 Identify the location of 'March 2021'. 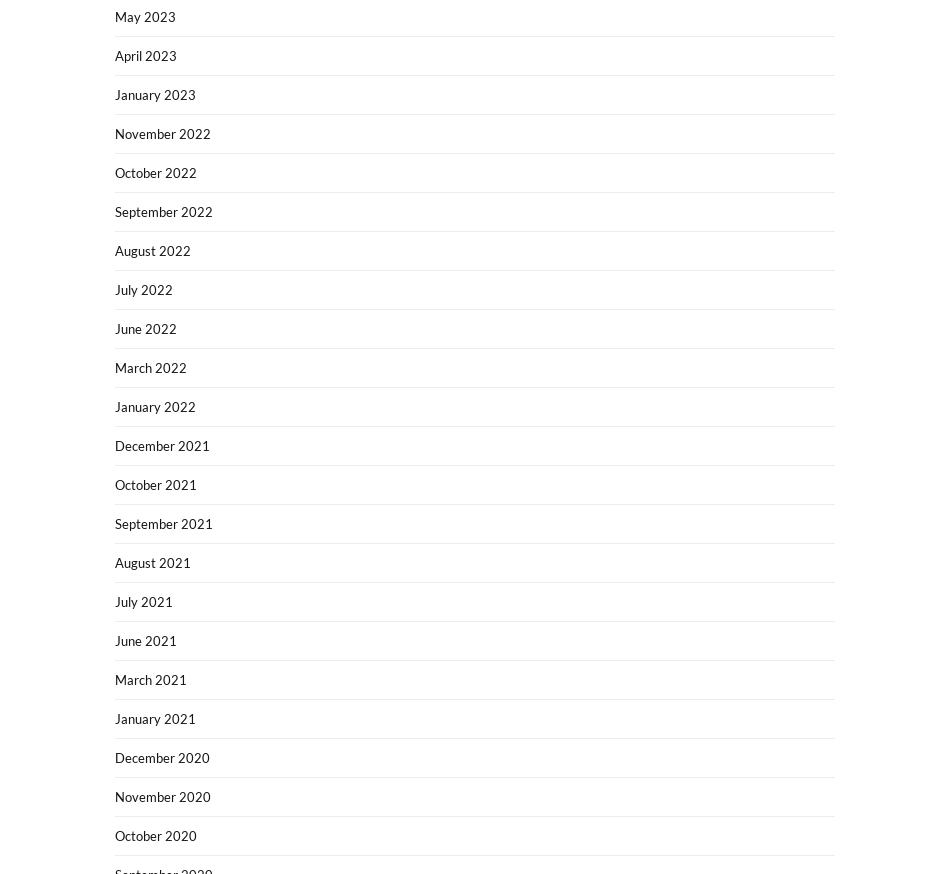
(150, 679).